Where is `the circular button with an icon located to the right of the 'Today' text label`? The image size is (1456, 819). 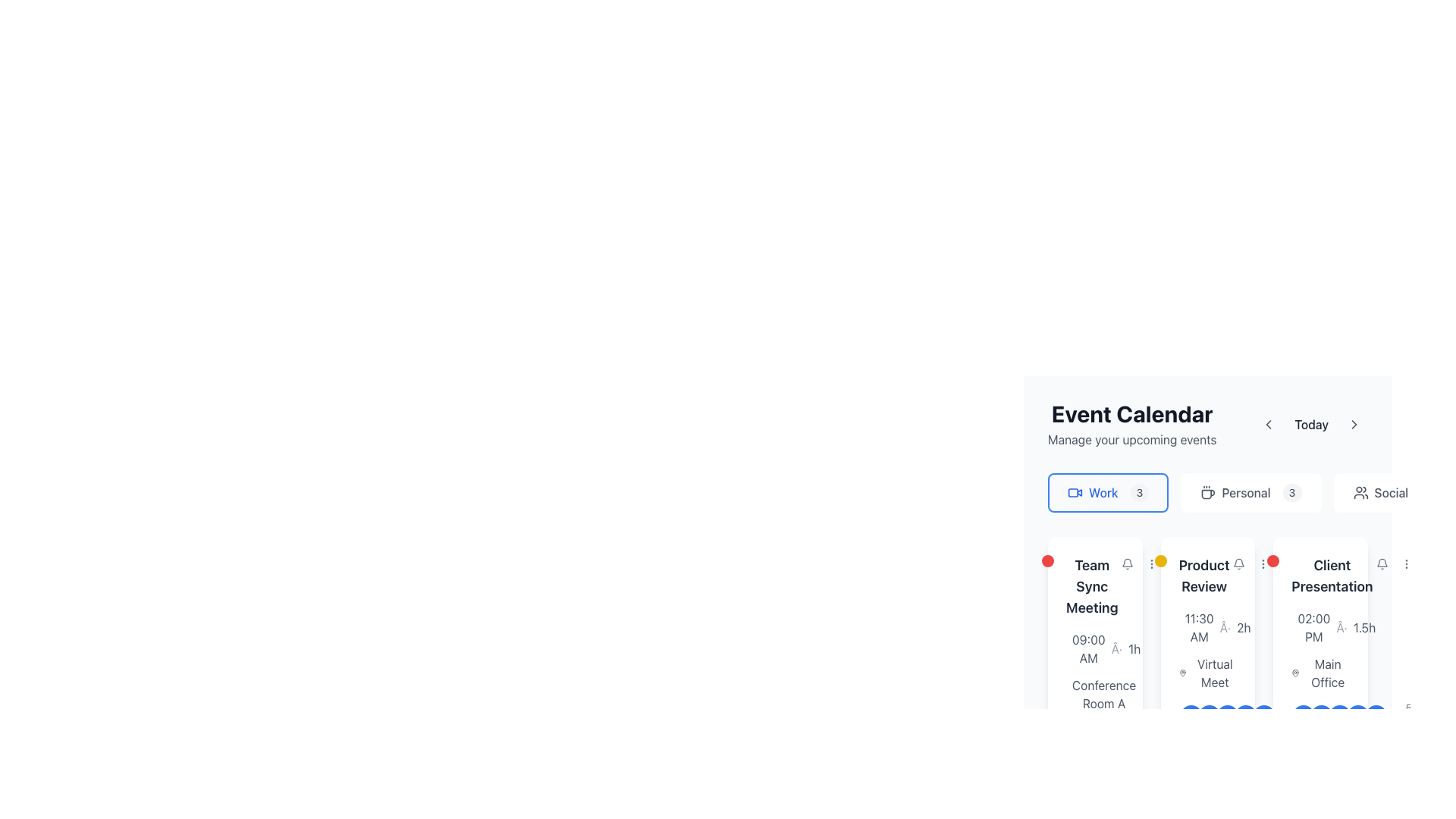
the circular button with an icon located to the right of the 'Today' text label is located at coordinates (1354, 424).